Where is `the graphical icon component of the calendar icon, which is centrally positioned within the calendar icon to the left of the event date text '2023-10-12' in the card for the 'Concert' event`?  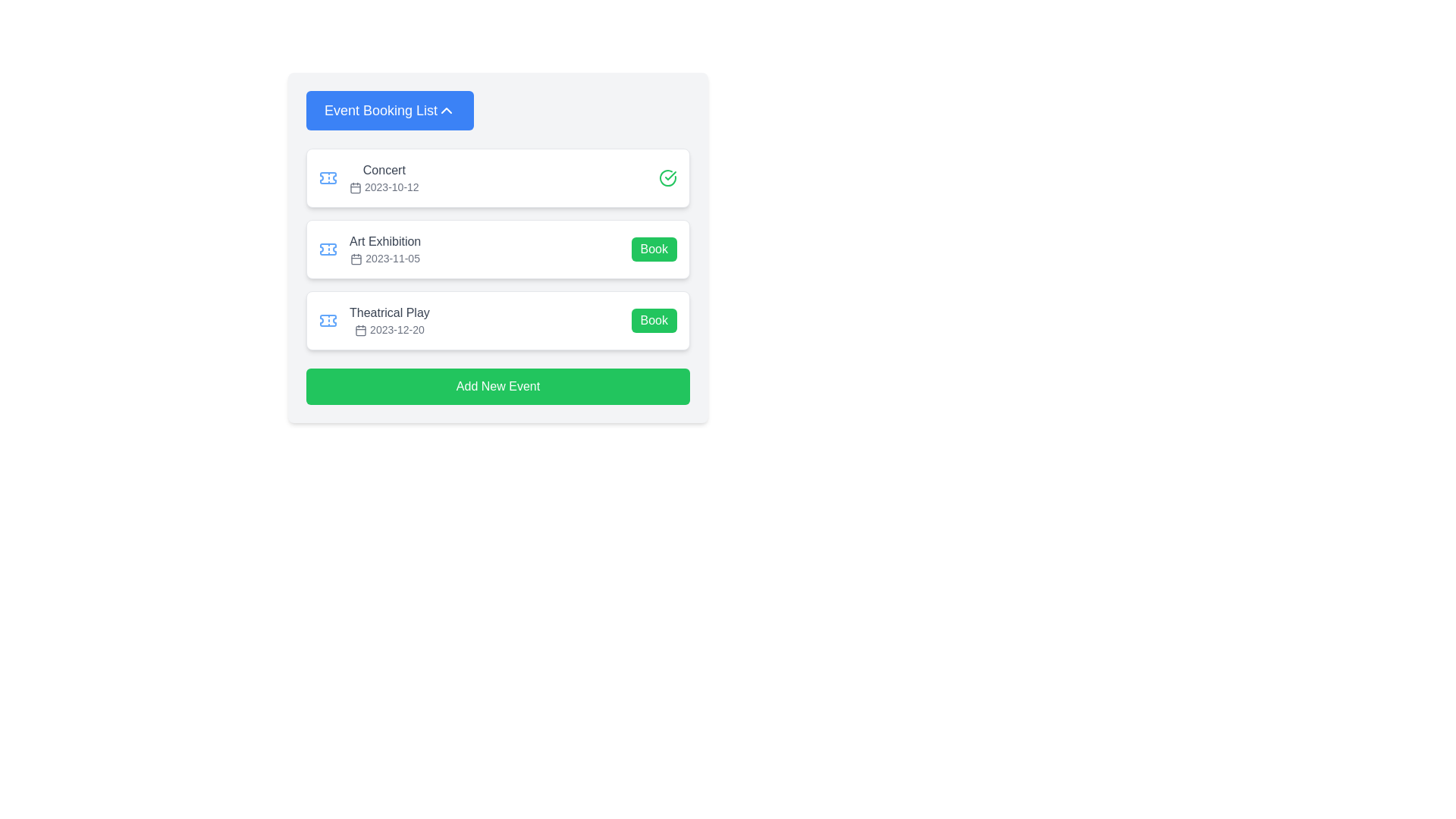 the graphical icon component of the calendar icon, which is centrally positioned within the calendar icon to the left of the event date text '2023-10-12' in the card for the 'Concert' event is located at coordinates (355, 187).